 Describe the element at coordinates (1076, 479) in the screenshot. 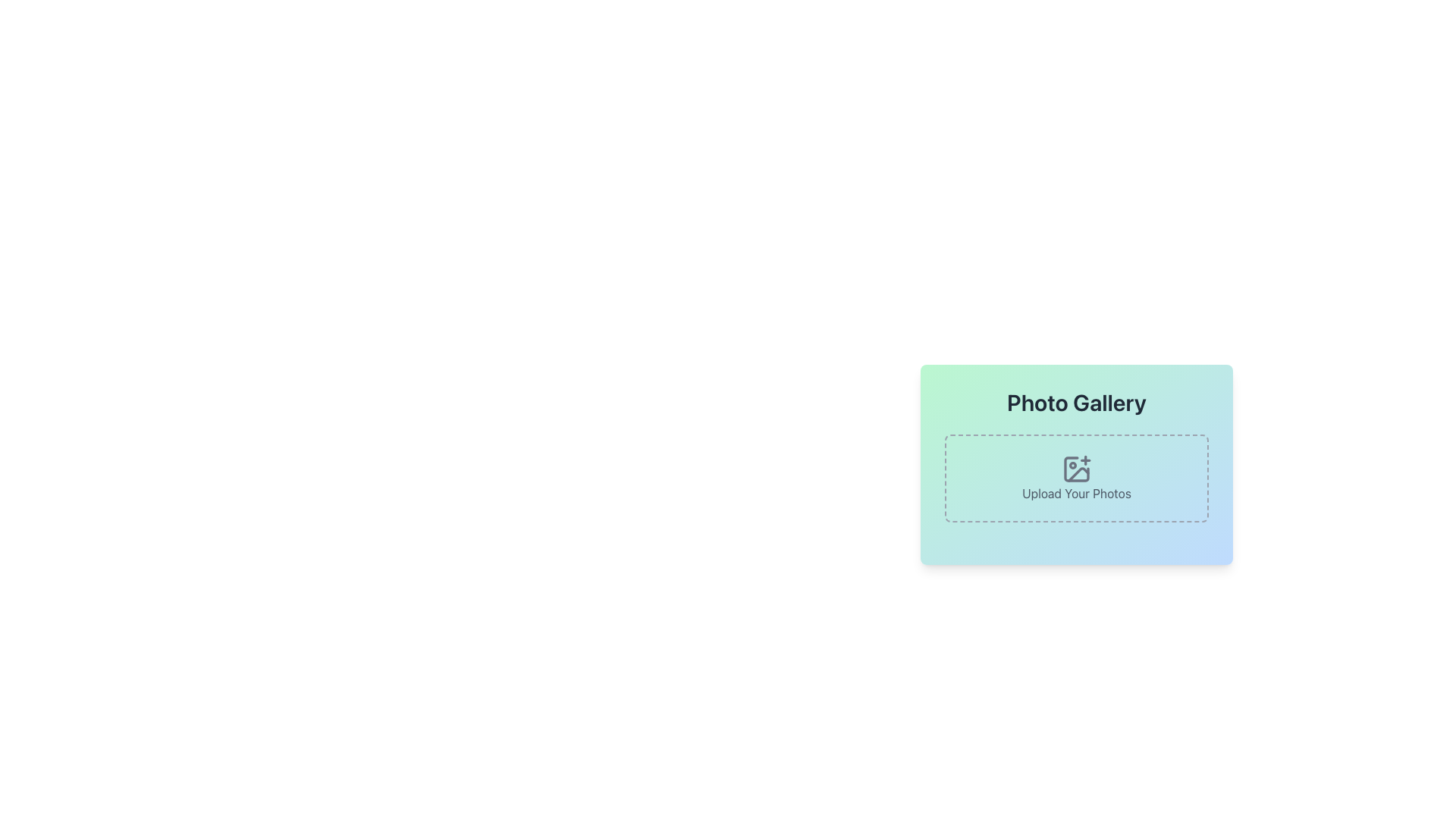

I see `and drop photos onto the upload button or upload interface element, which is a rectangular box with a dashed gray border and rounded corners, featuring an image upload icon and the label 'Upload Your Photos'` at that location.